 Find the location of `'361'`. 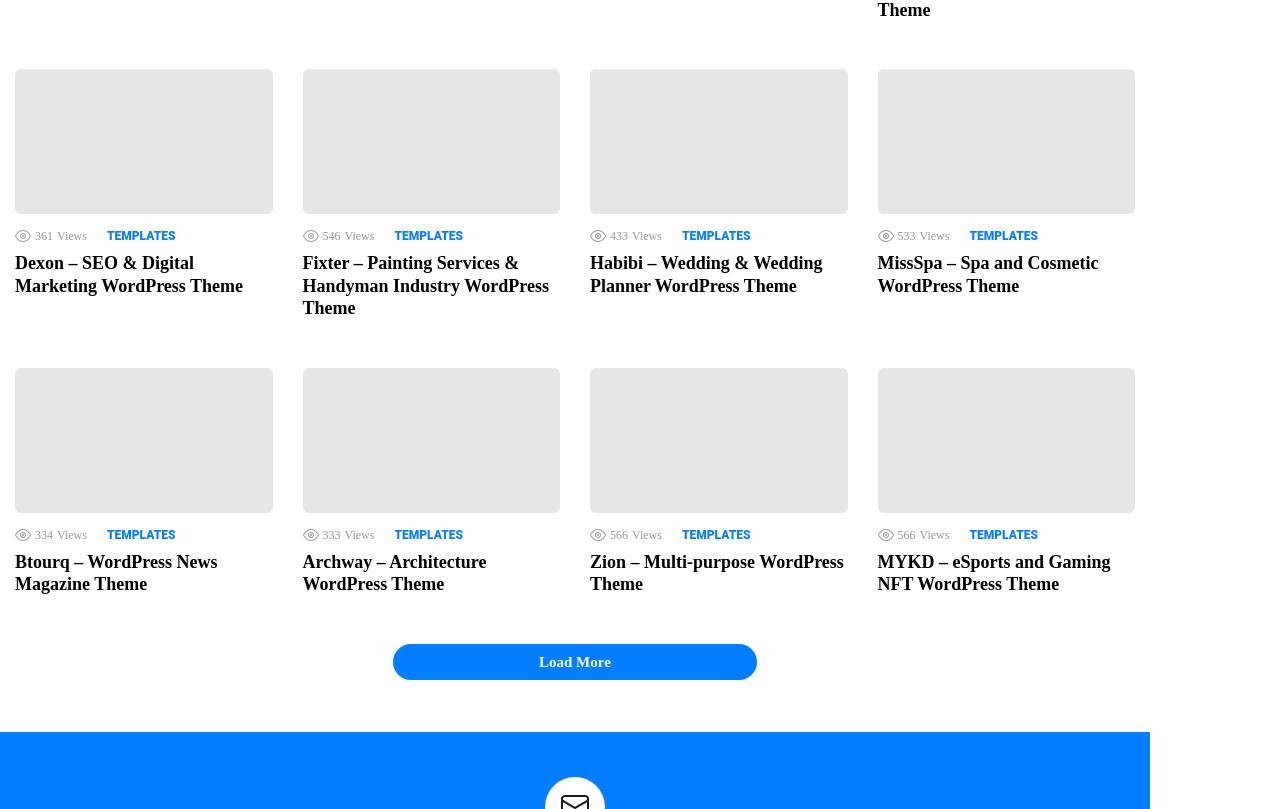

'361' is located at coordinates (43, 234).